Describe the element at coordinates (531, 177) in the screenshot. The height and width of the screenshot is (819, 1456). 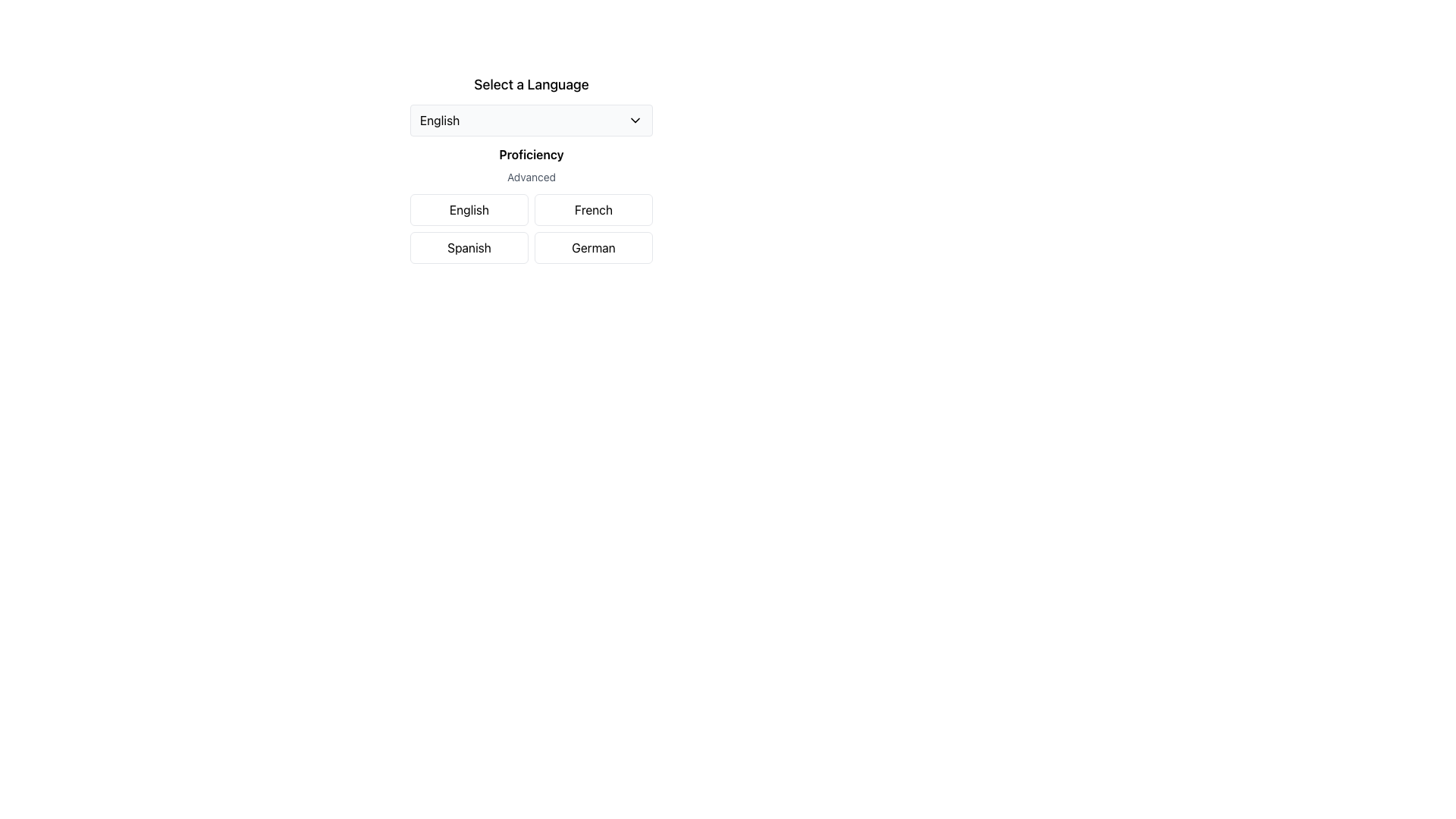
I see `the text element displaying 'Advanced' located directly beneath the 'Proficiency' heading` at that location.